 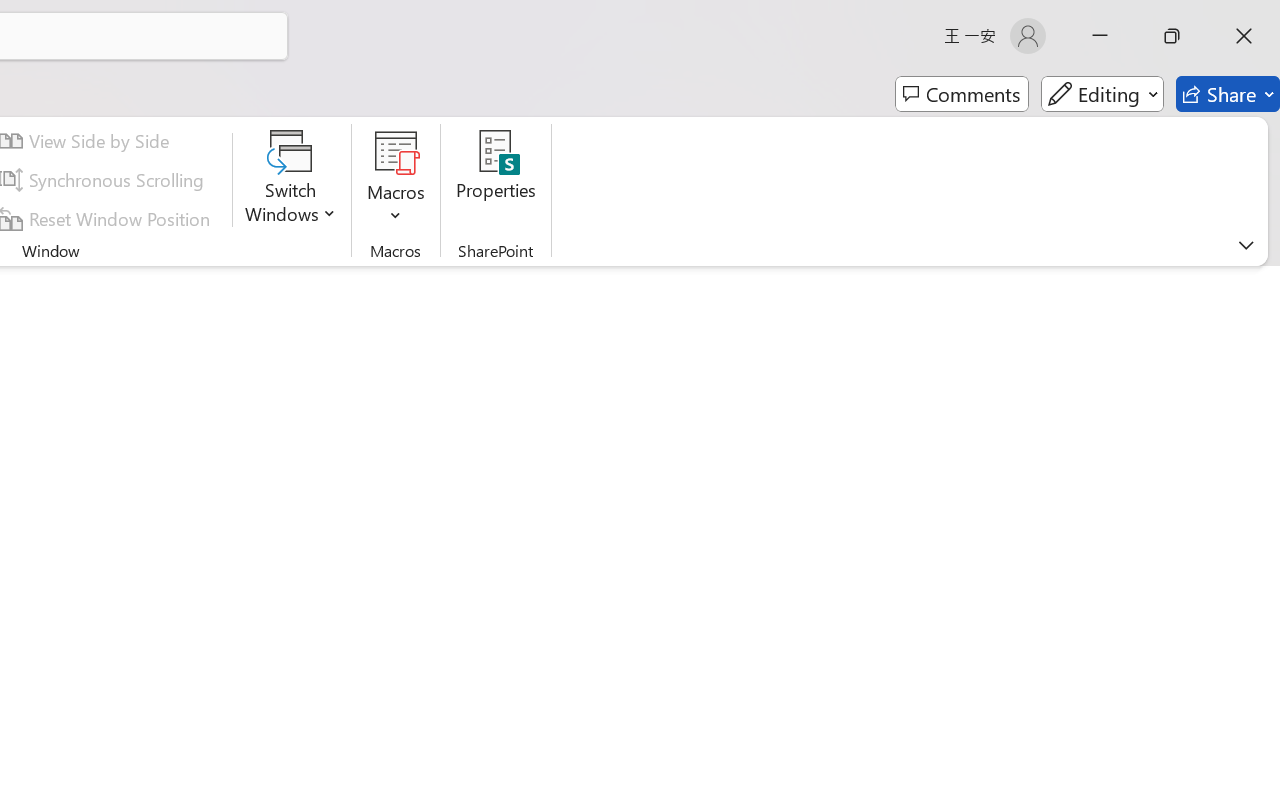 I want to click on 'Ribbon Display Options', so click(x=1245, y=244).